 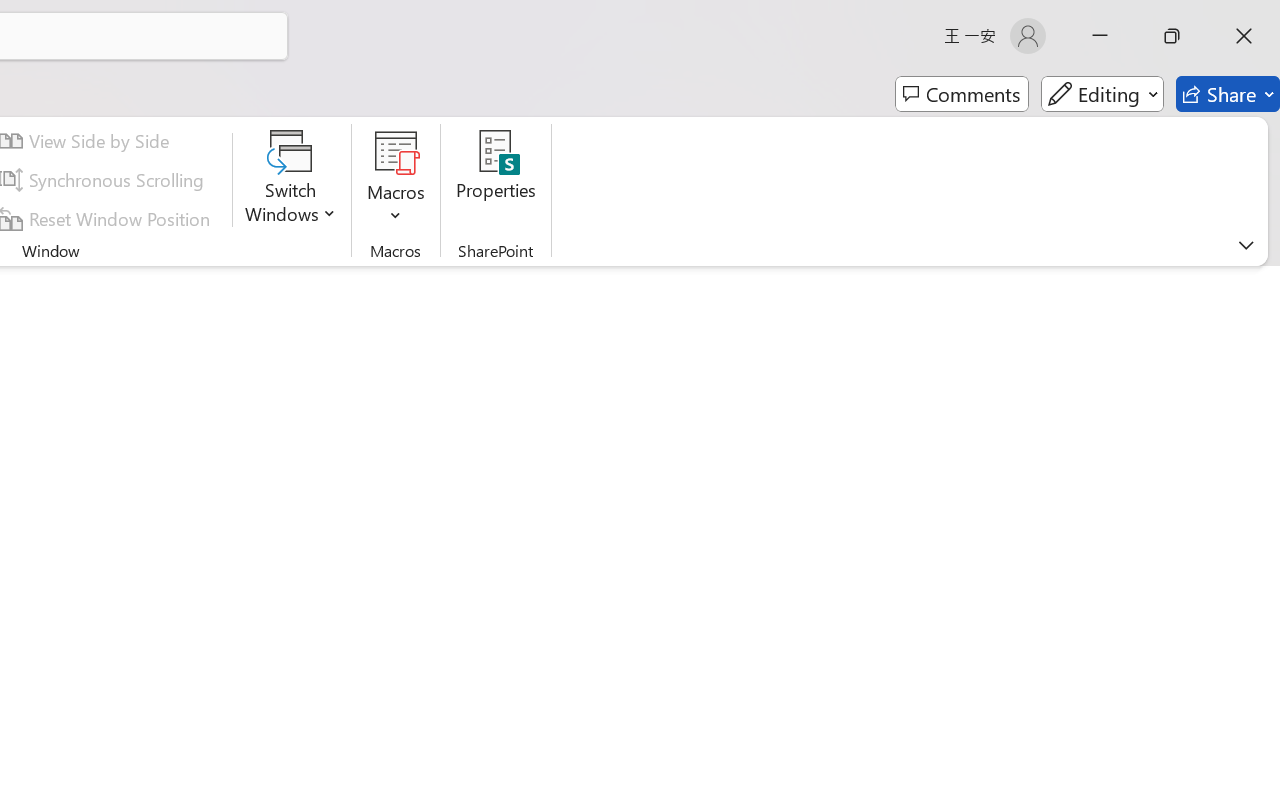 I want to click on 'Ribbon Display Options', so click(x=1245, y=244).